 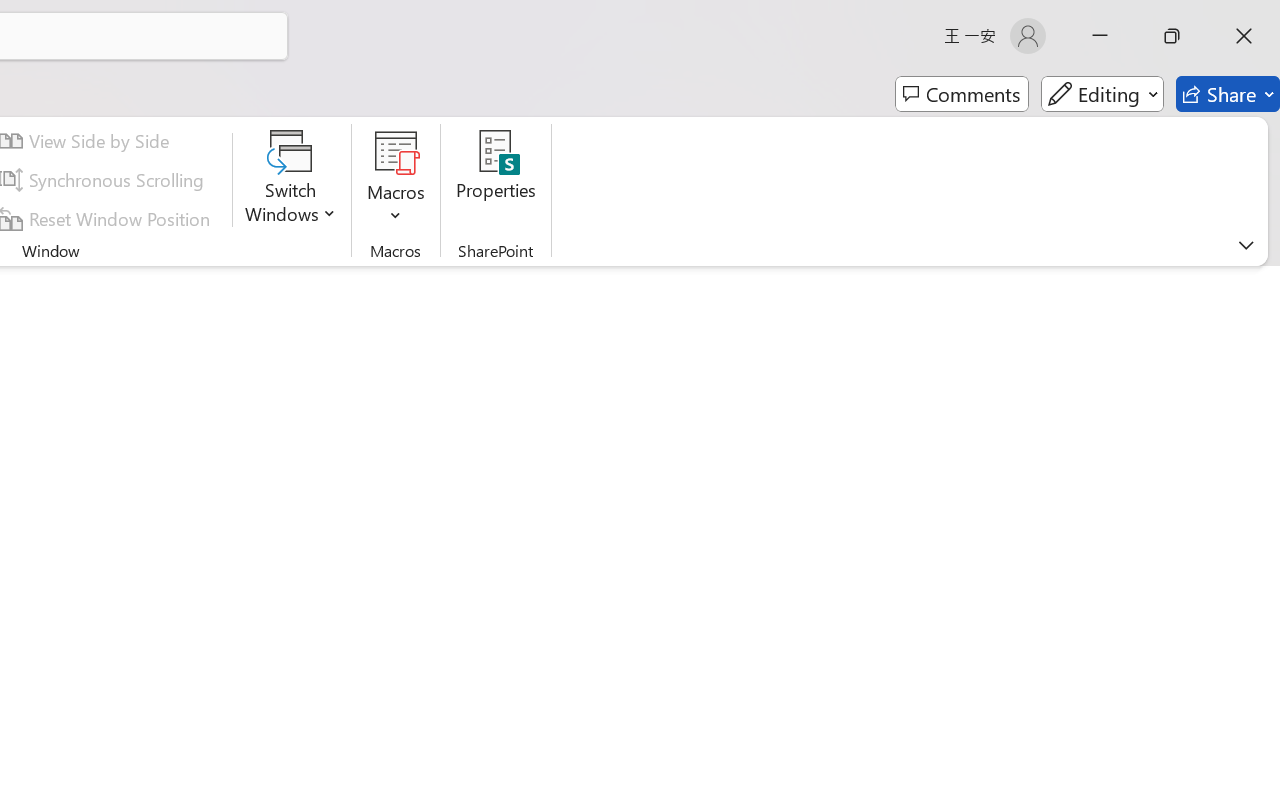 I want to click on 'Ribbon Display Options', so click(x=1245, y=244).